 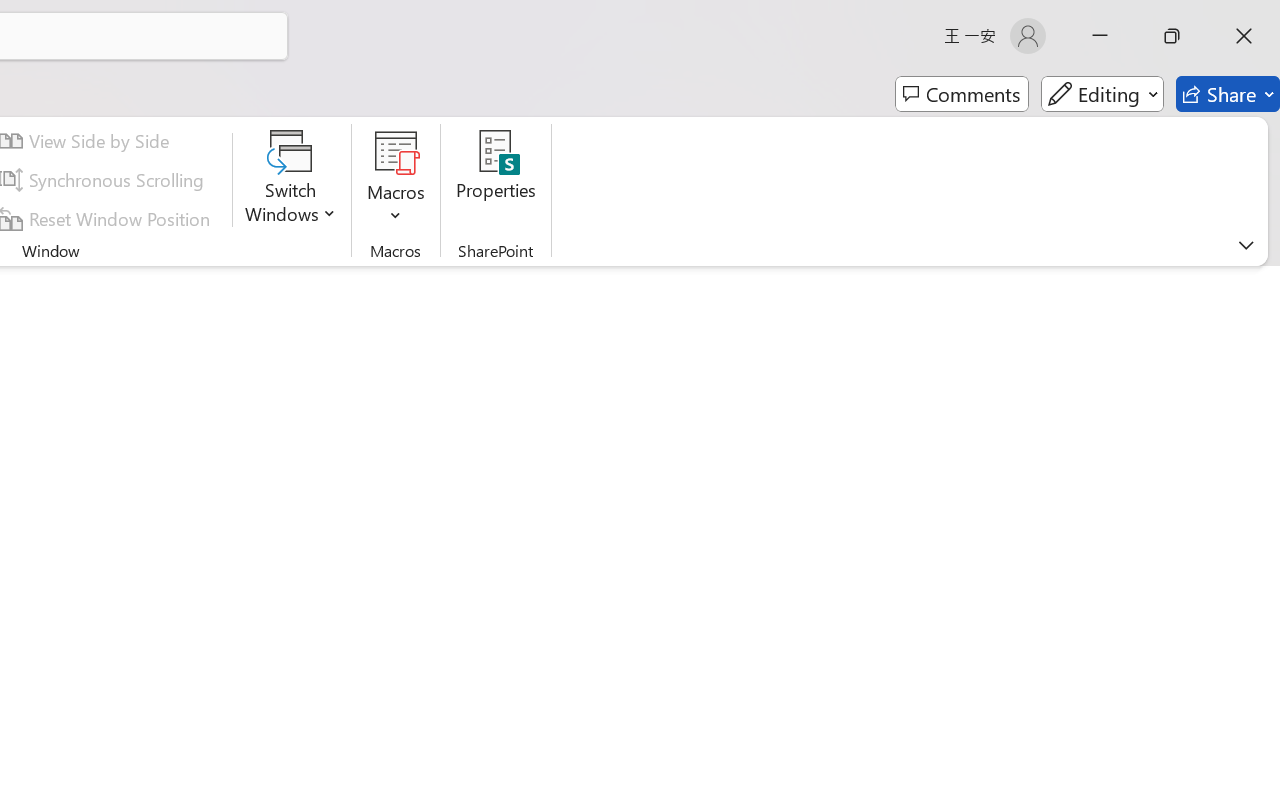 I want to click on 'Ribbon Display Options', so click(x=1245, y=244).